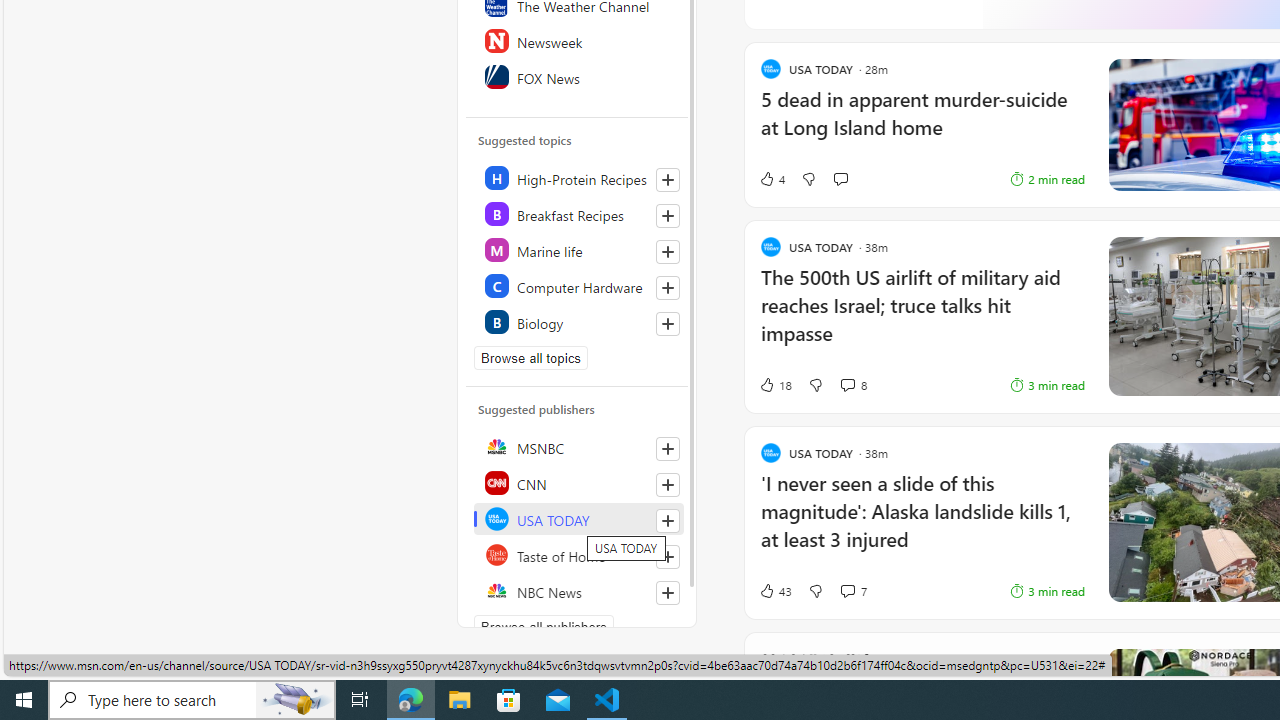  What do you see at coordinates (853, 590) in the screenshot?
I see `'View comments 7 Comment'` at bounding box center [853, 590].